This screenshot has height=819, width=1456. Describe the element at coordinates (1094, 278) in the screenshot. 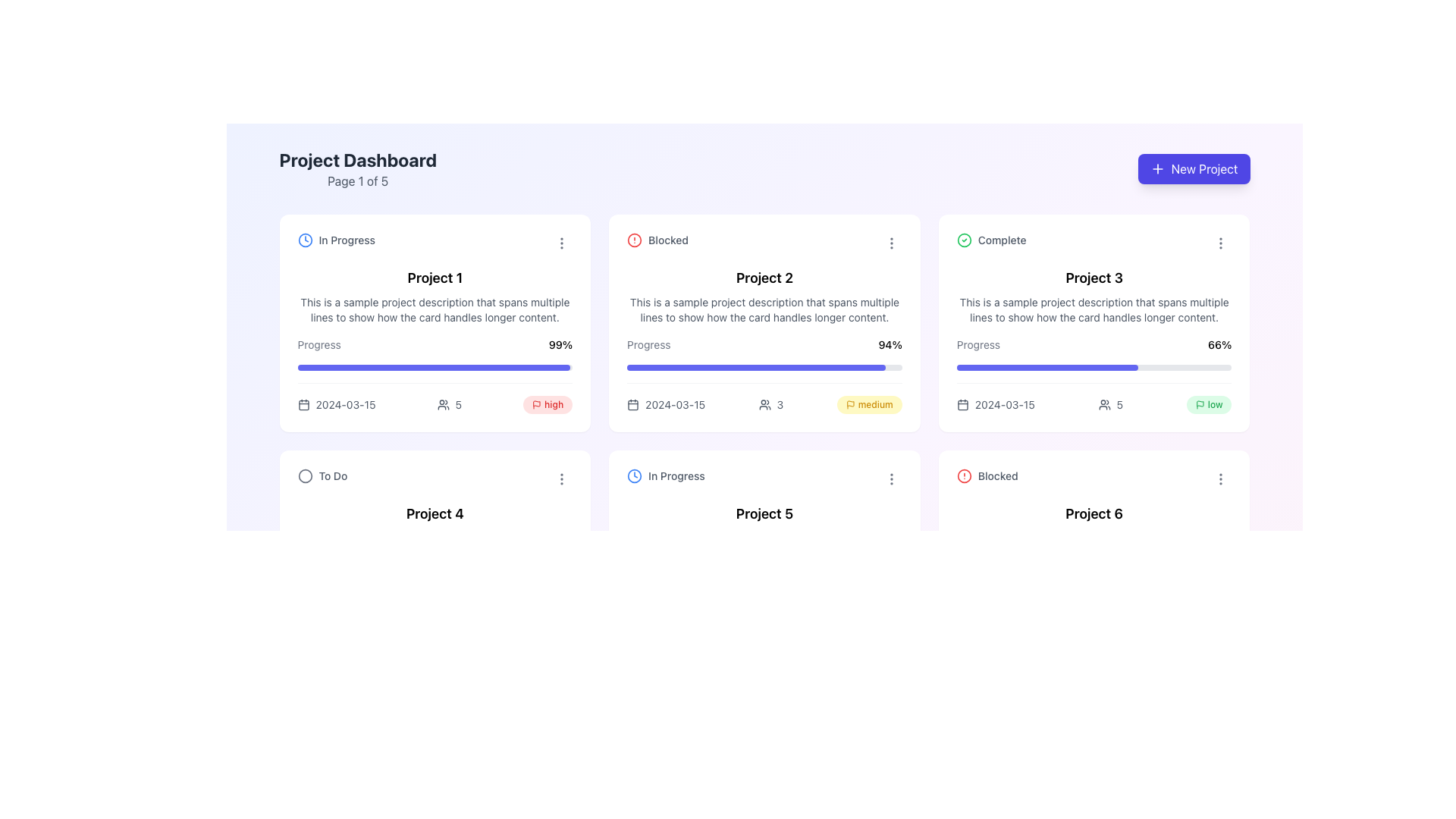

I see `the text label displaying 'Project 3' in bold within the card in the 'Complete' section` at that location.